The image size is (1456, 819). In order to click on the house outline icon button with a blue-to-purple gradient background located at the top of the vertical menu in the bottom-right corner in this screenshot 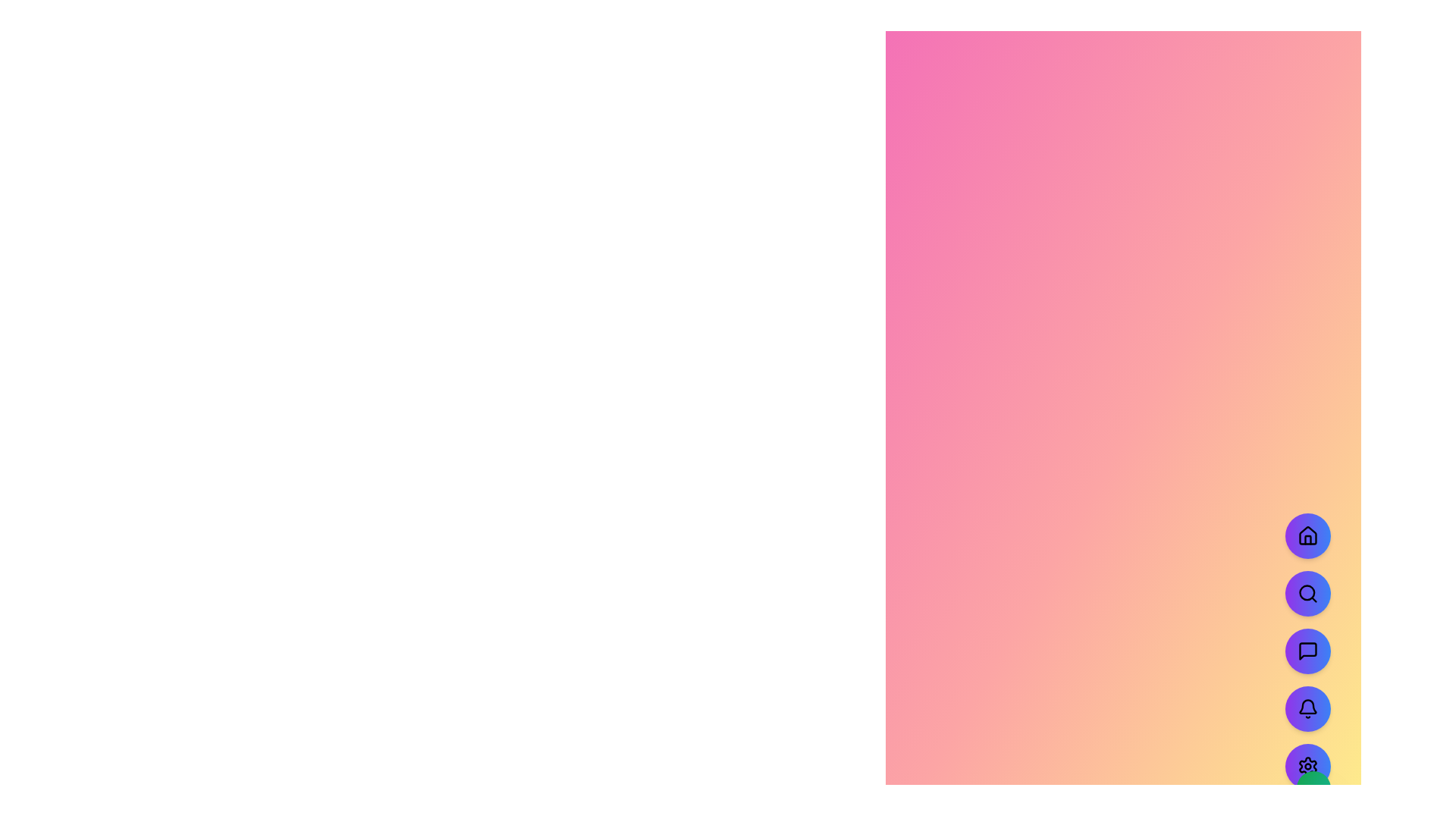, I will do `click(1307, 535)`.